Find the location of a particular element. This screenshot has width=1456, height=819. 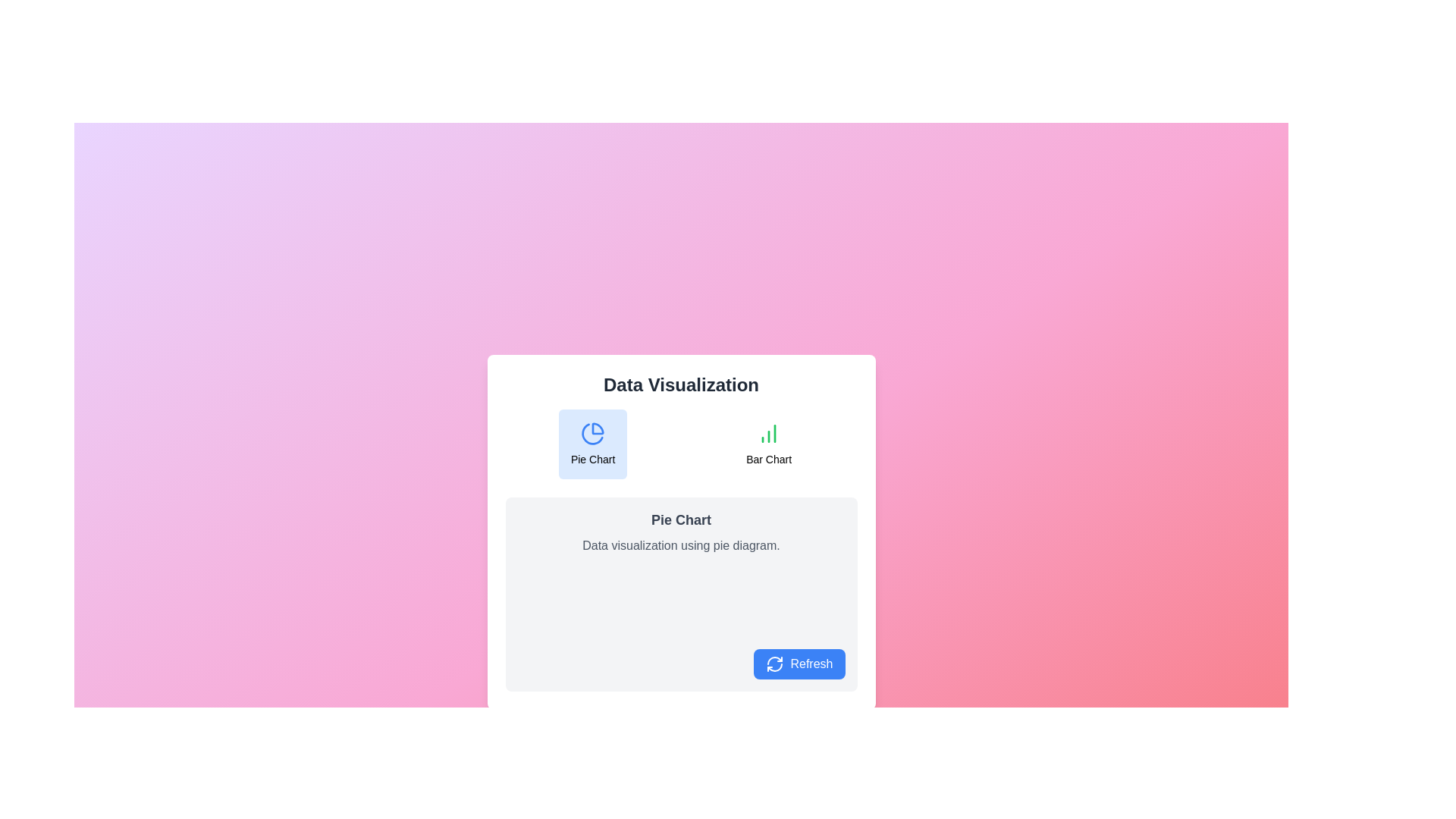

the static text element that reads 'Data visualization using pie diagram.' which is located beneath the heading 'Pie Chart' is located at coordinates (680, 546).